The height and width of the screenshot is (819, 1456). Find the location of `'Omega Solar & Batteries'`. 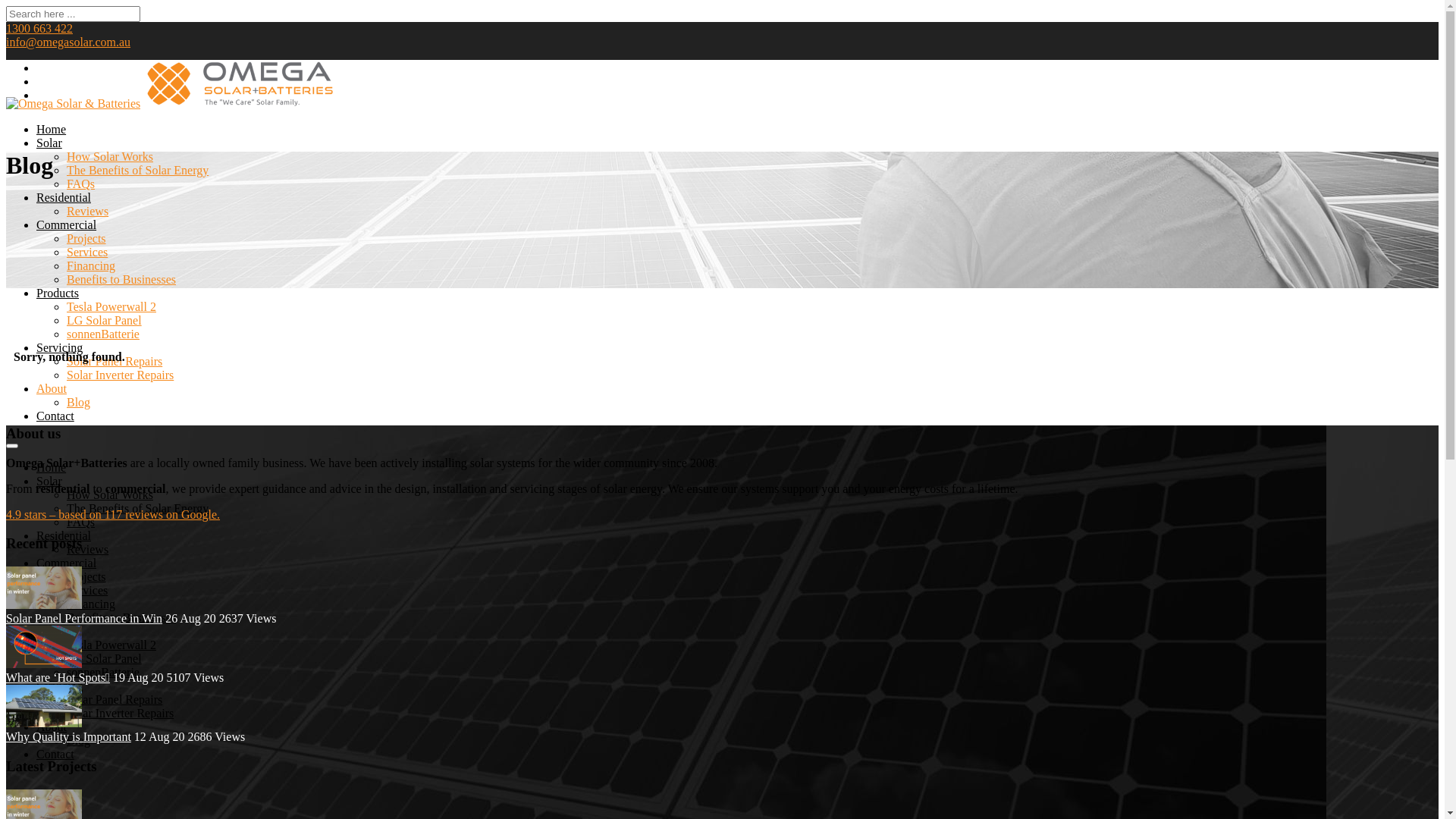

'Omega Solar & Batteries' is located at coordinates (72, 102).